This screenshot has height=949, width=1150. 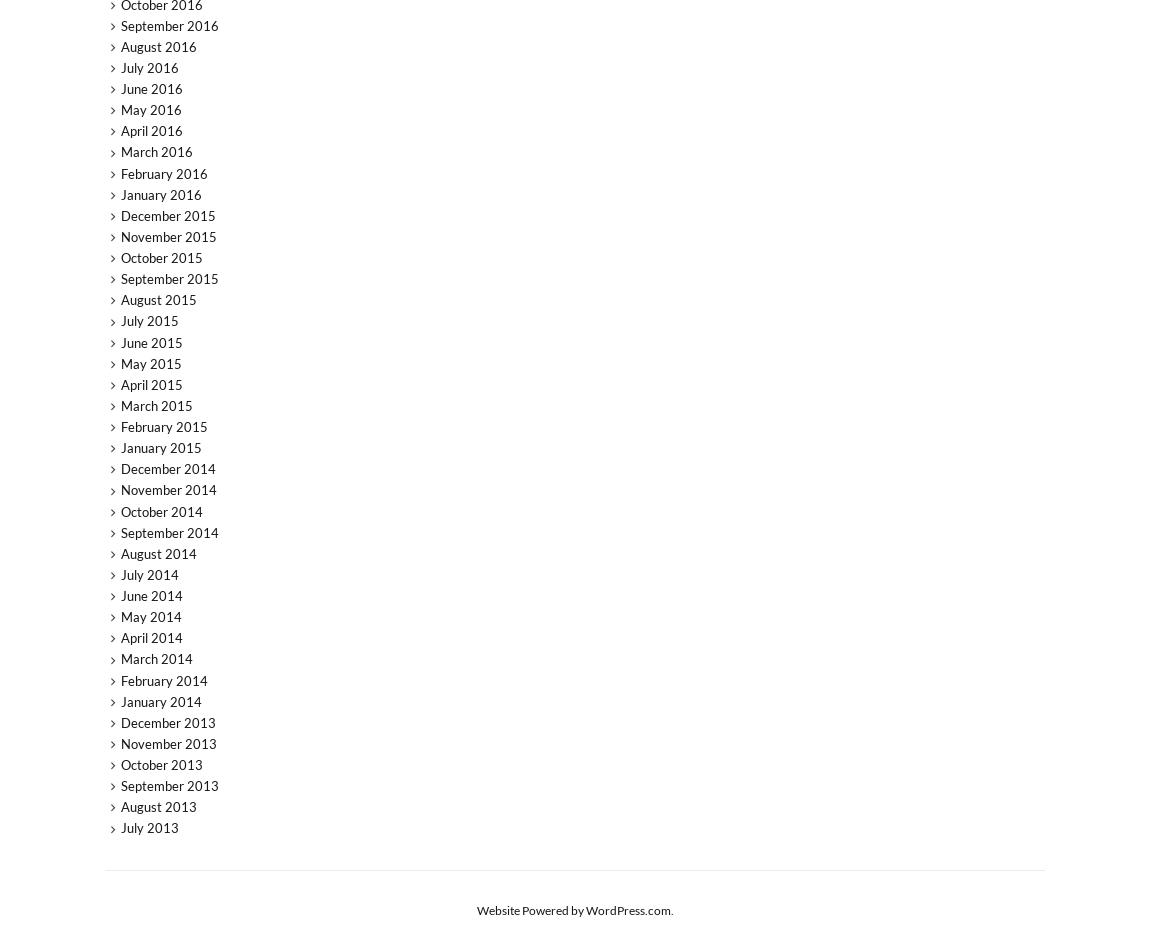 What do you see at coordinates (160, 510) in the screenshot?
I see `'October 2014'` at bounding box center [160, 510].